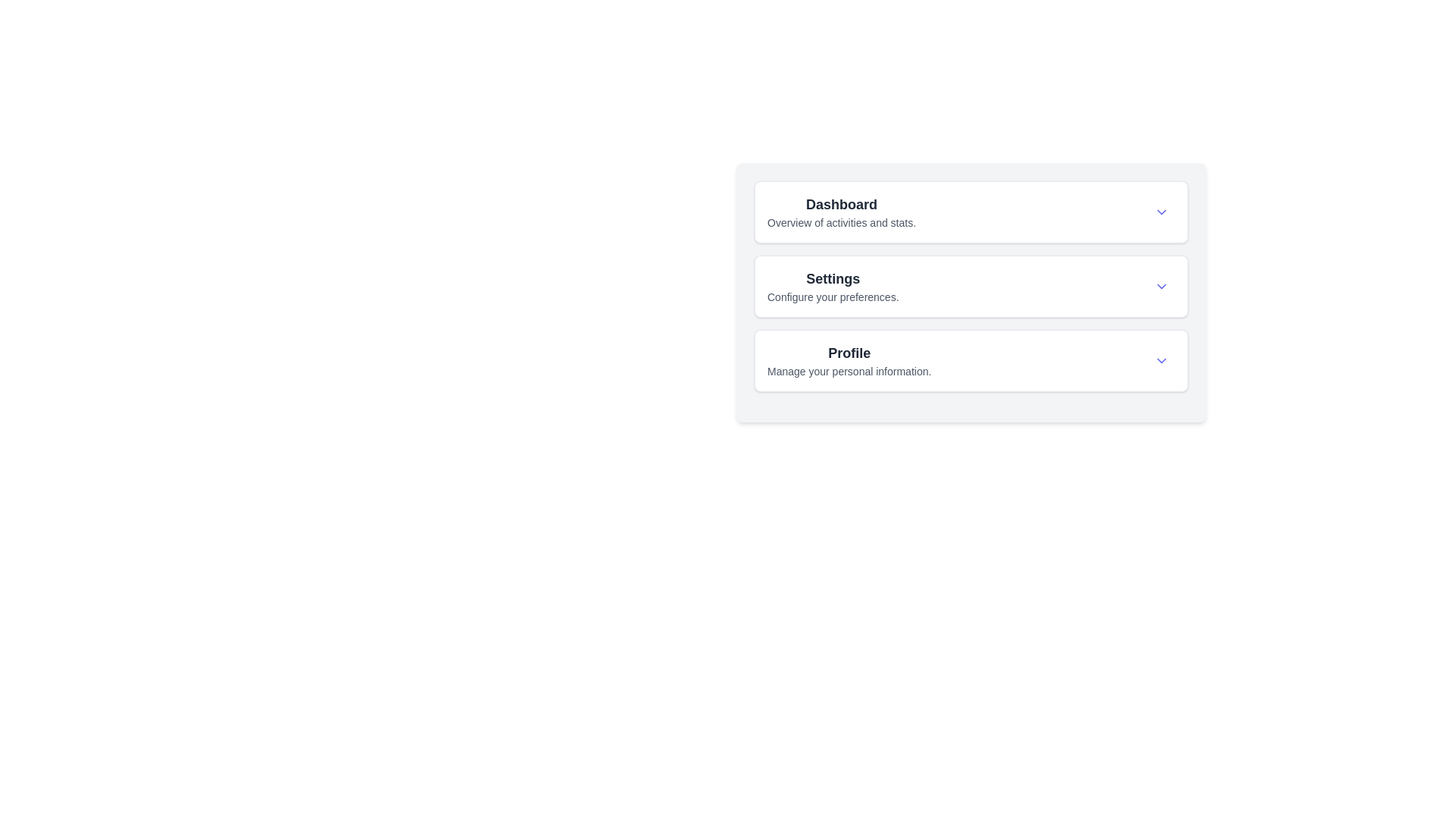  What do you see at coordinates (1160, 287) in the screenshot?
I see `the indigo downwards-pointing chevron icon in the top-right corner of the 'Settings' card` at bounding box center [1160, 287].